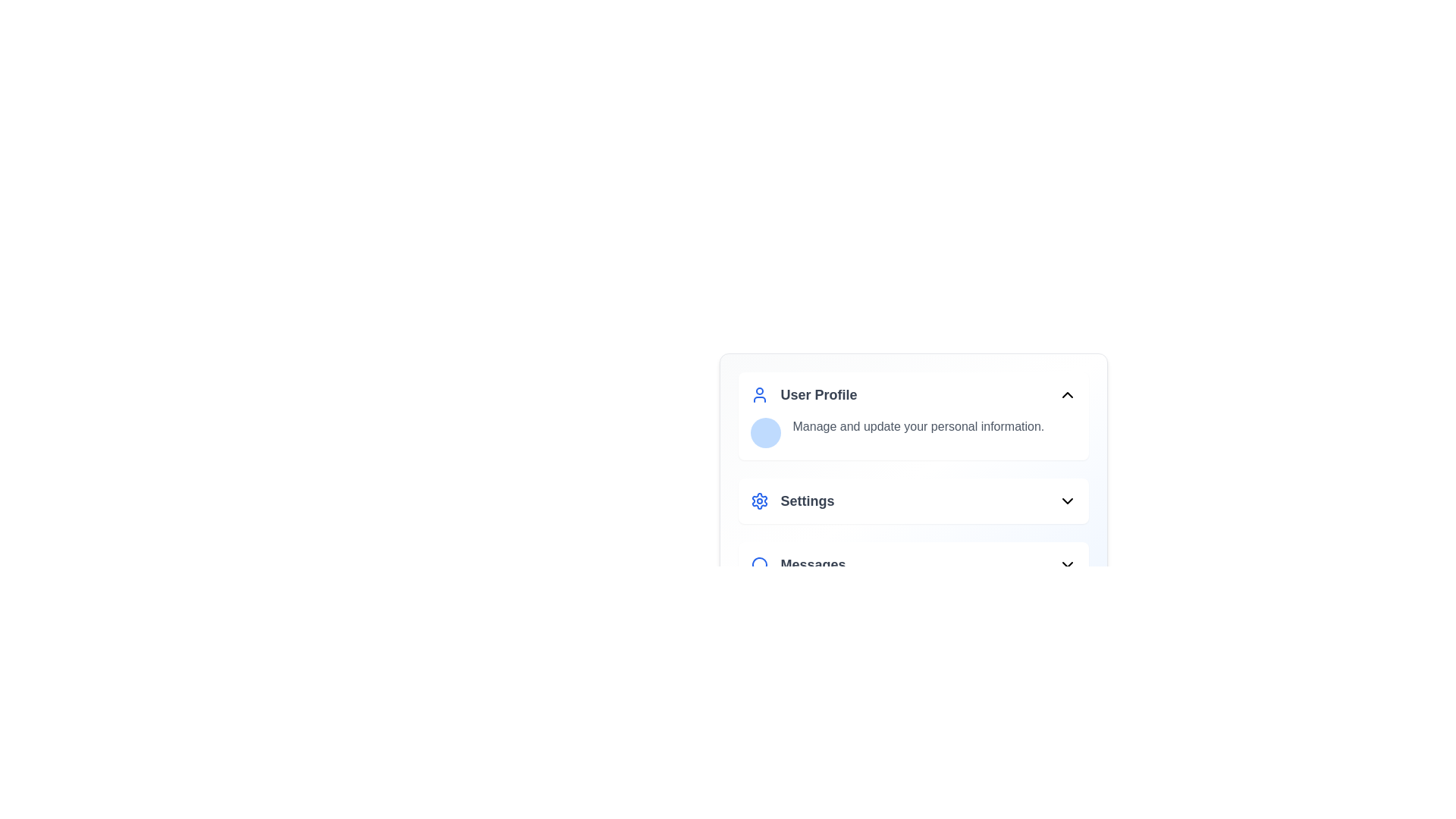 Image resolution: width=1456 pixels, height=819 pixels. What do you see at coordinates (1066, 564) in the screenshot?
I see `the downward-pointing chevron icon` at bounding box center [1066, 564].